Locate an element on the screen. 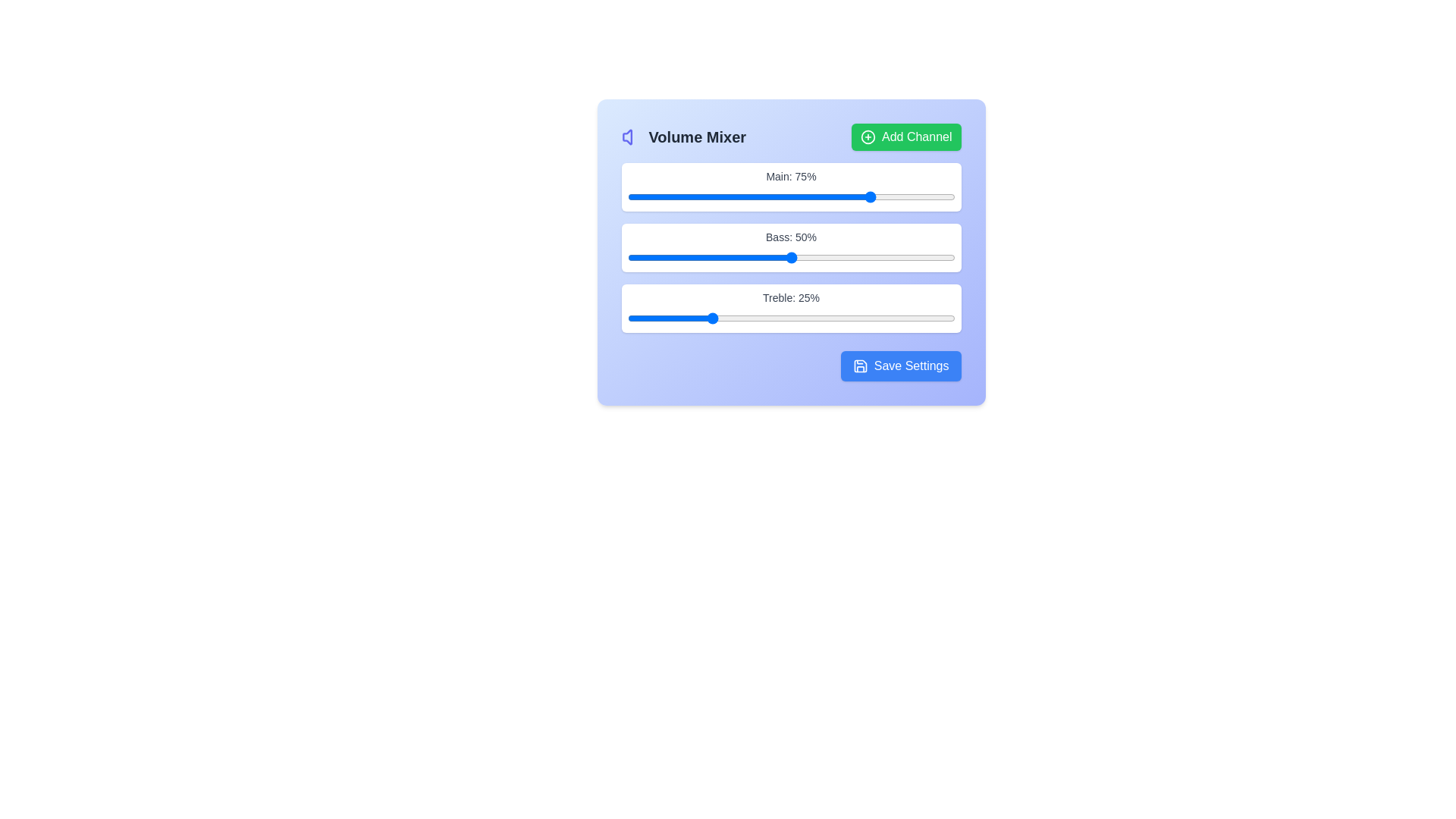 This screenshot has height=819, width=1456. treble is located at coordinates (657, 318).